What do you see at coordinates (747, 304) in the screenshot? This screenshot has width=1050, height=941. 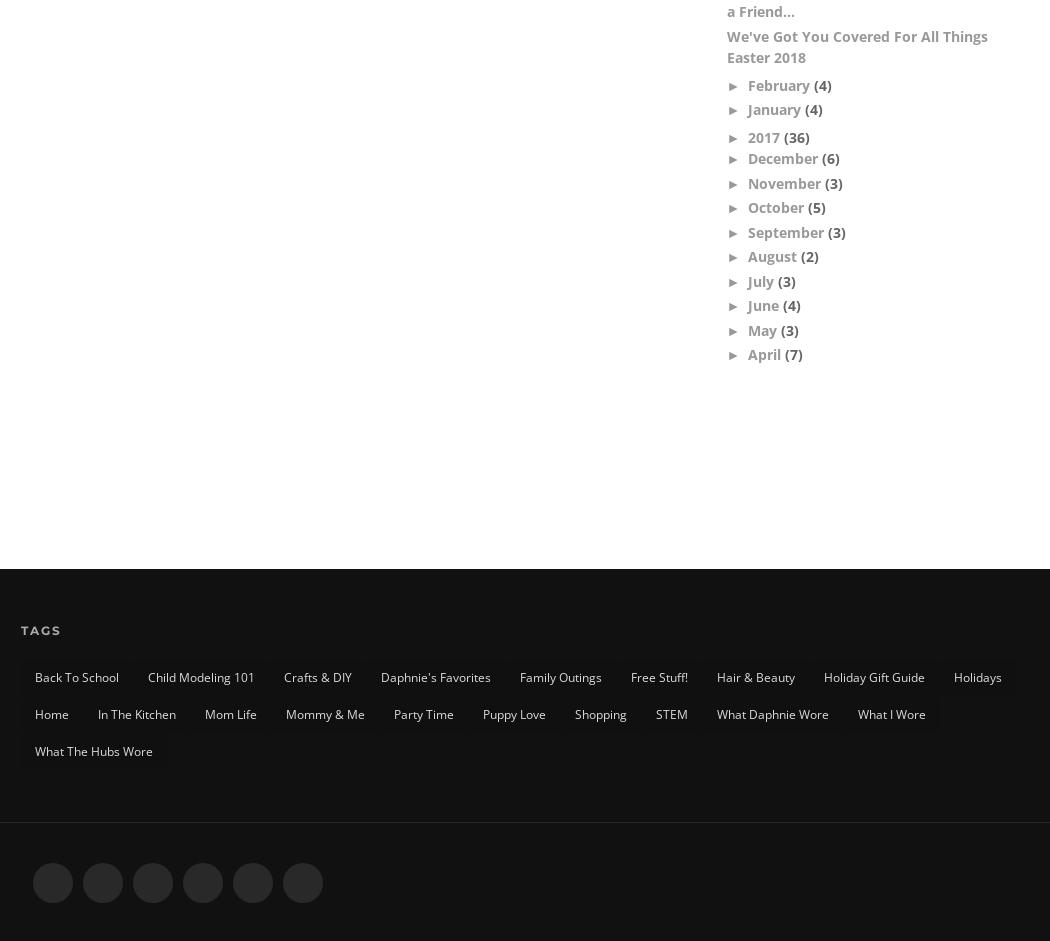 I see `'June'` at bounding box center [747, 304].